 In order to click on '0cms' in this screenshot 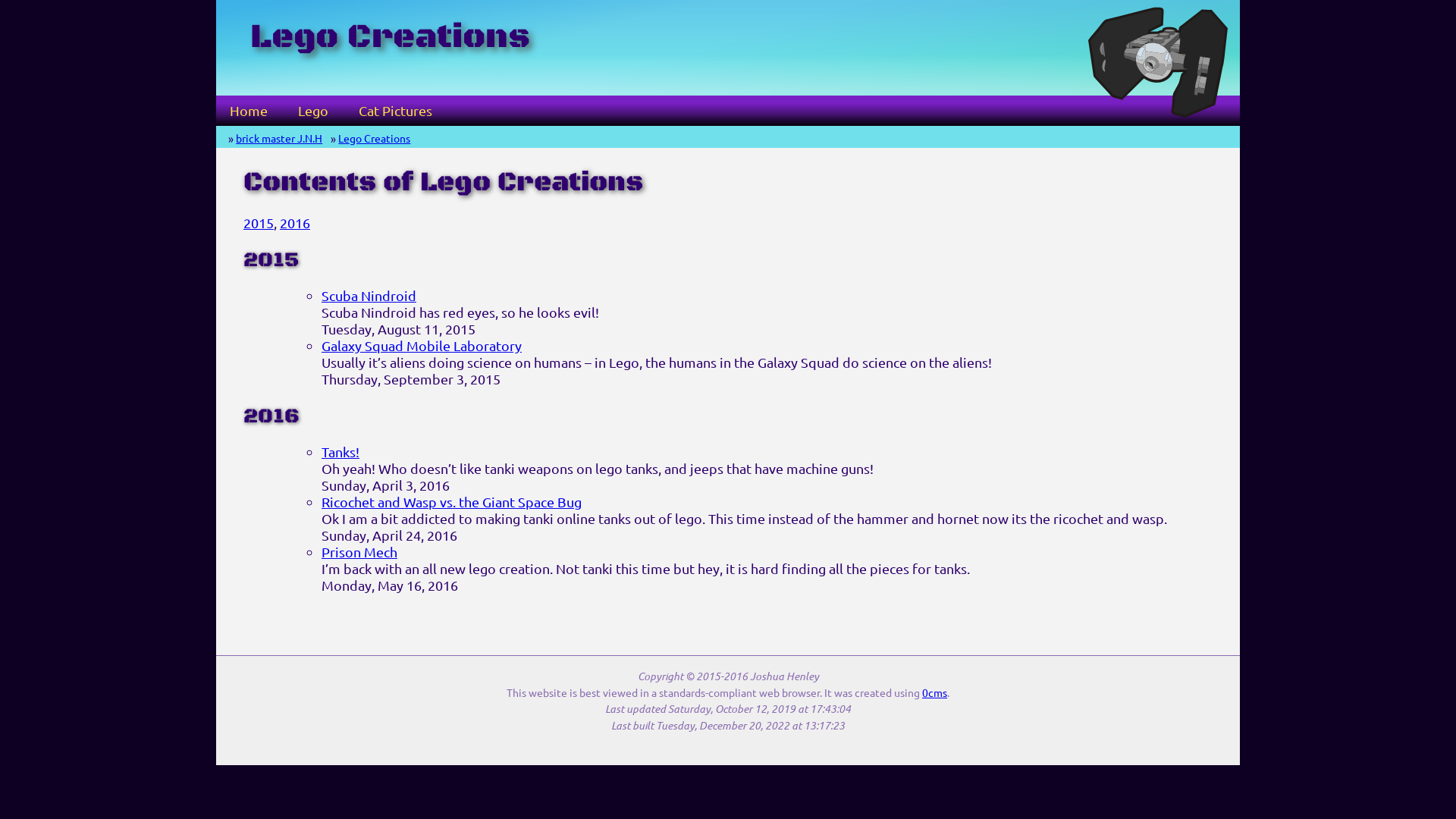, I will do `click(934, 692)`.